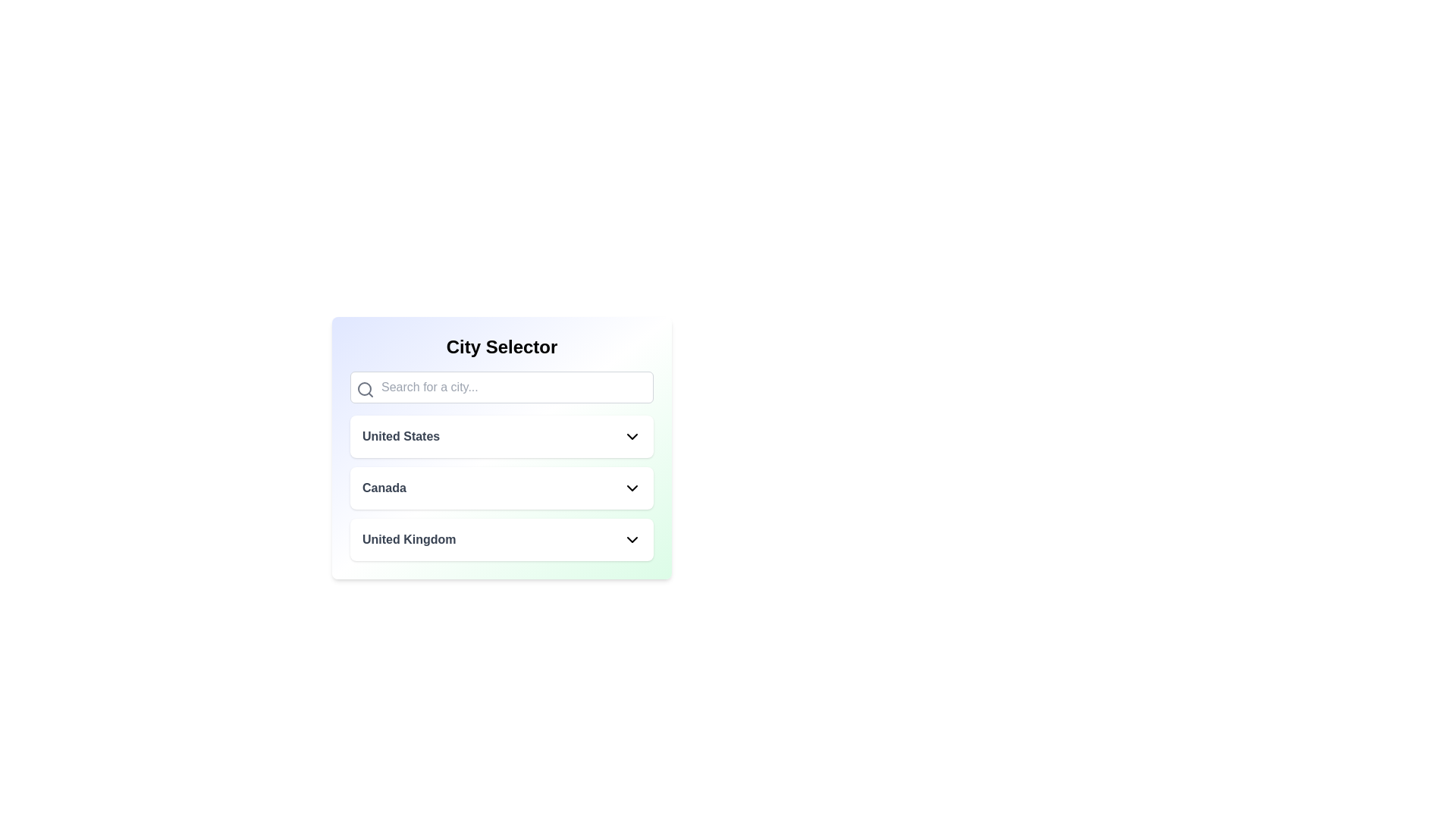 The height and width of the screenshot is (819, 1456). Describe the element at coordinates (632, 488) in the screenshot. I see `the downward-pointing chevron icon` at that location.